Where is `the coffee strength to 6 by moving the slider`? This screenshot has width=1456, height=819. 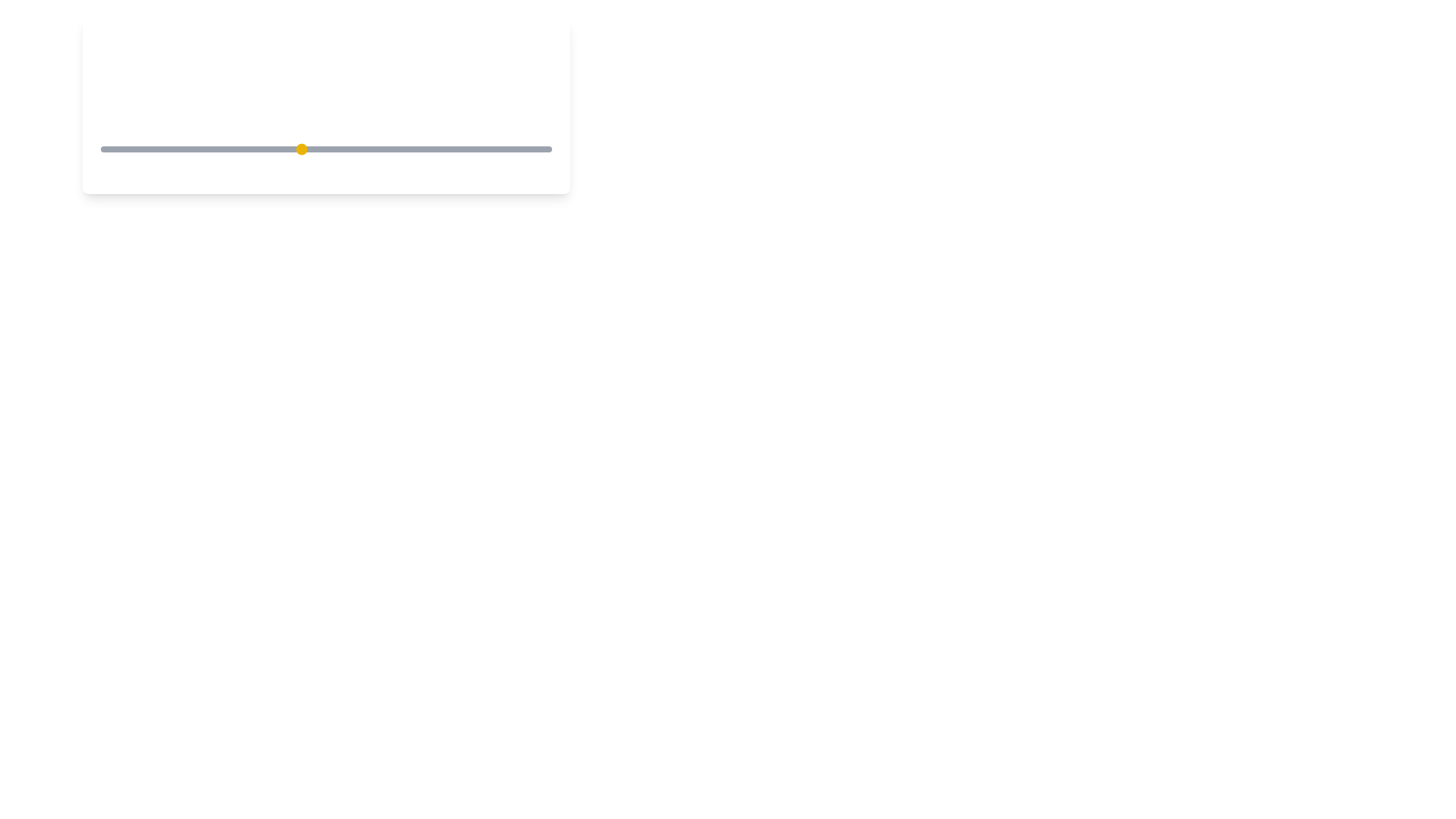
the coffee strength to 6 by moving the slider is located at coordinates (350, 149).